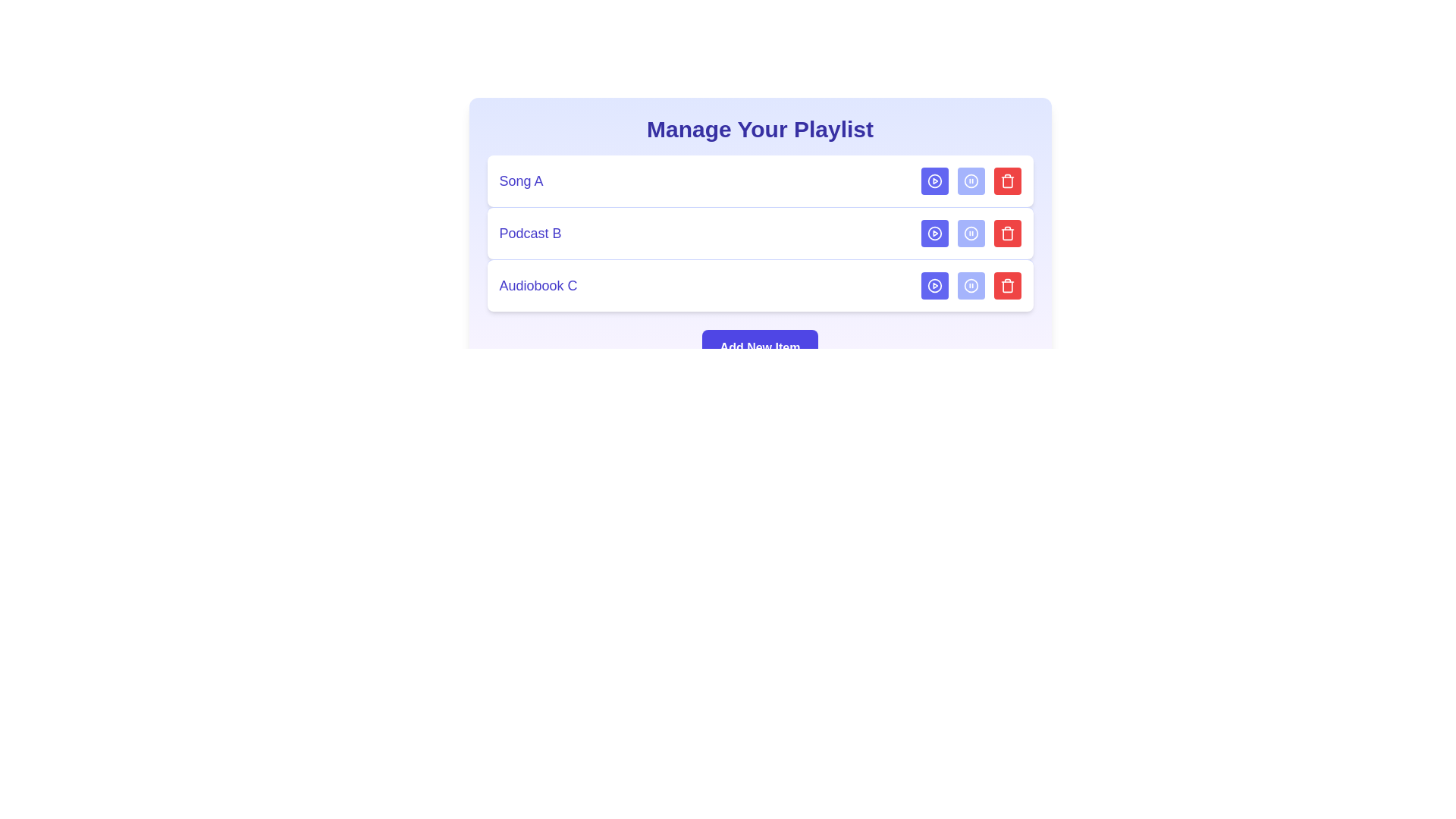 The height and width of the screenshot is (819, 1456). What do you see at coordinates (760, 285) in the screenshot?
I see `the media item named Audiobook C` at bounding box center [760, 285].